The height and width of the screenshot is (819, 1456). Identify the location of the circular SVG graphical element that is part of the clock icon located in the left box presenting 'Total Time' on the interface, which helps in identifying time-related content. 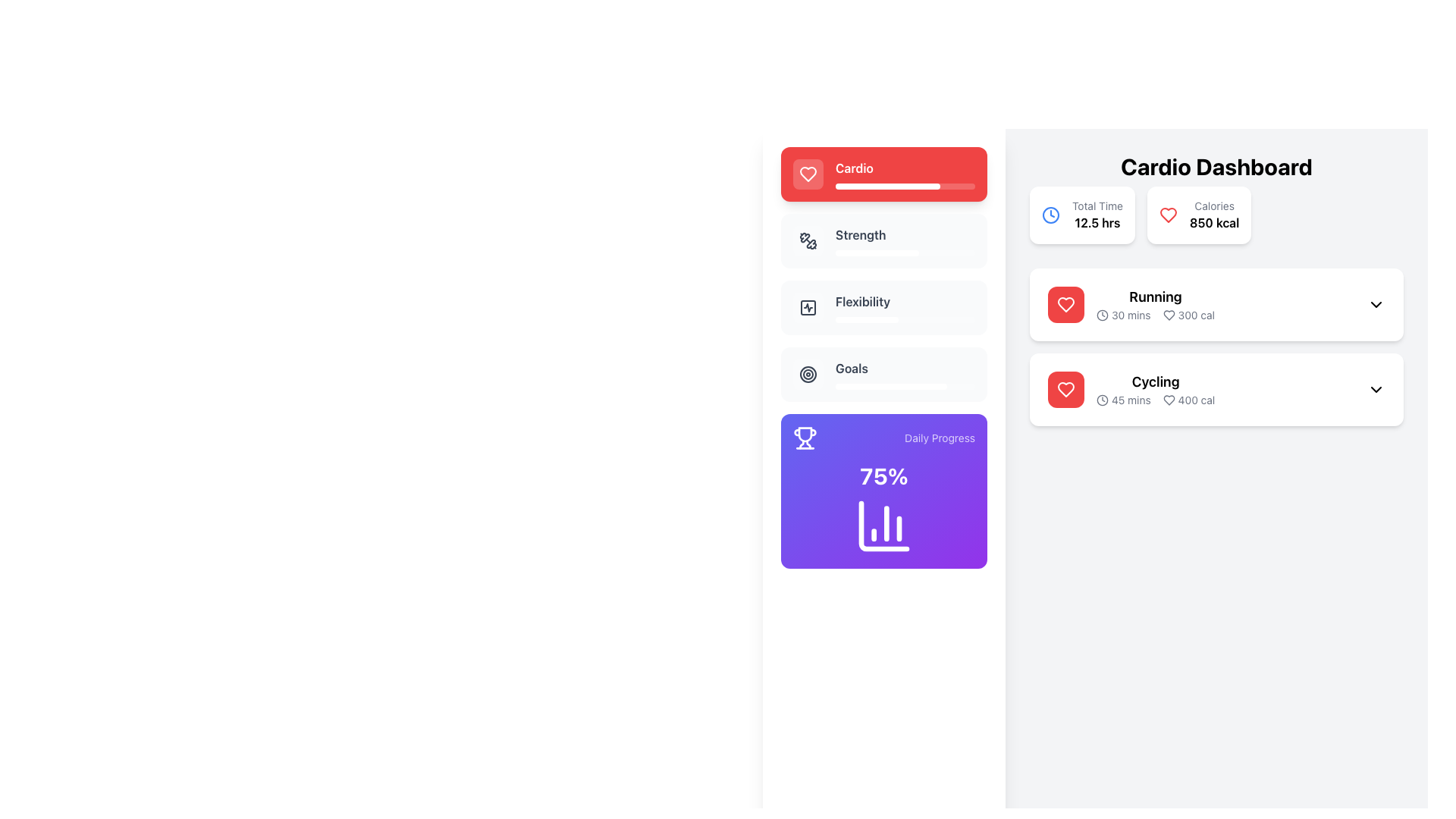
(1050, 215).